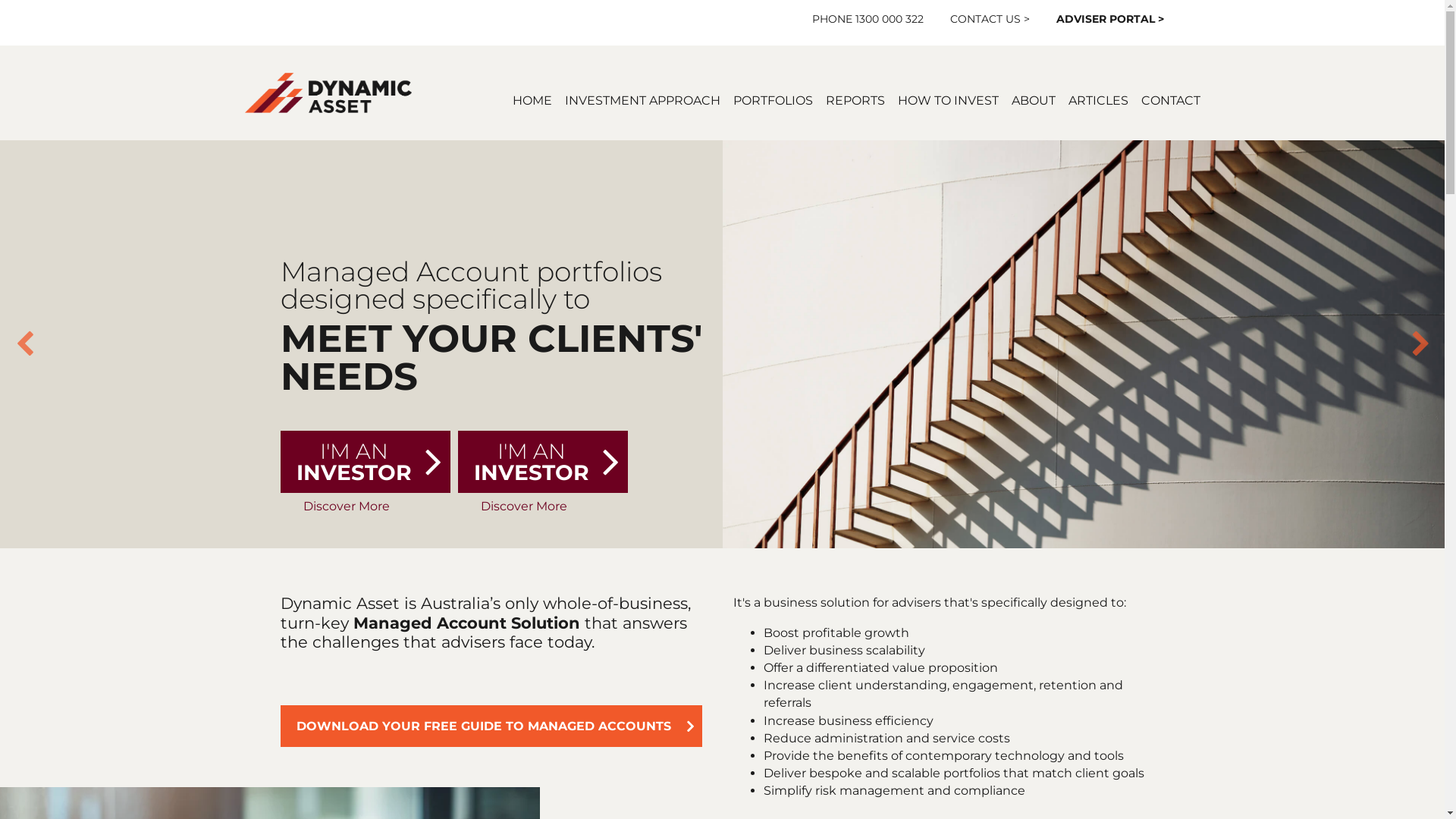 This screenshot has height=819, width=1456. I want to click on 'ARTICLES', so click(1066, 100).